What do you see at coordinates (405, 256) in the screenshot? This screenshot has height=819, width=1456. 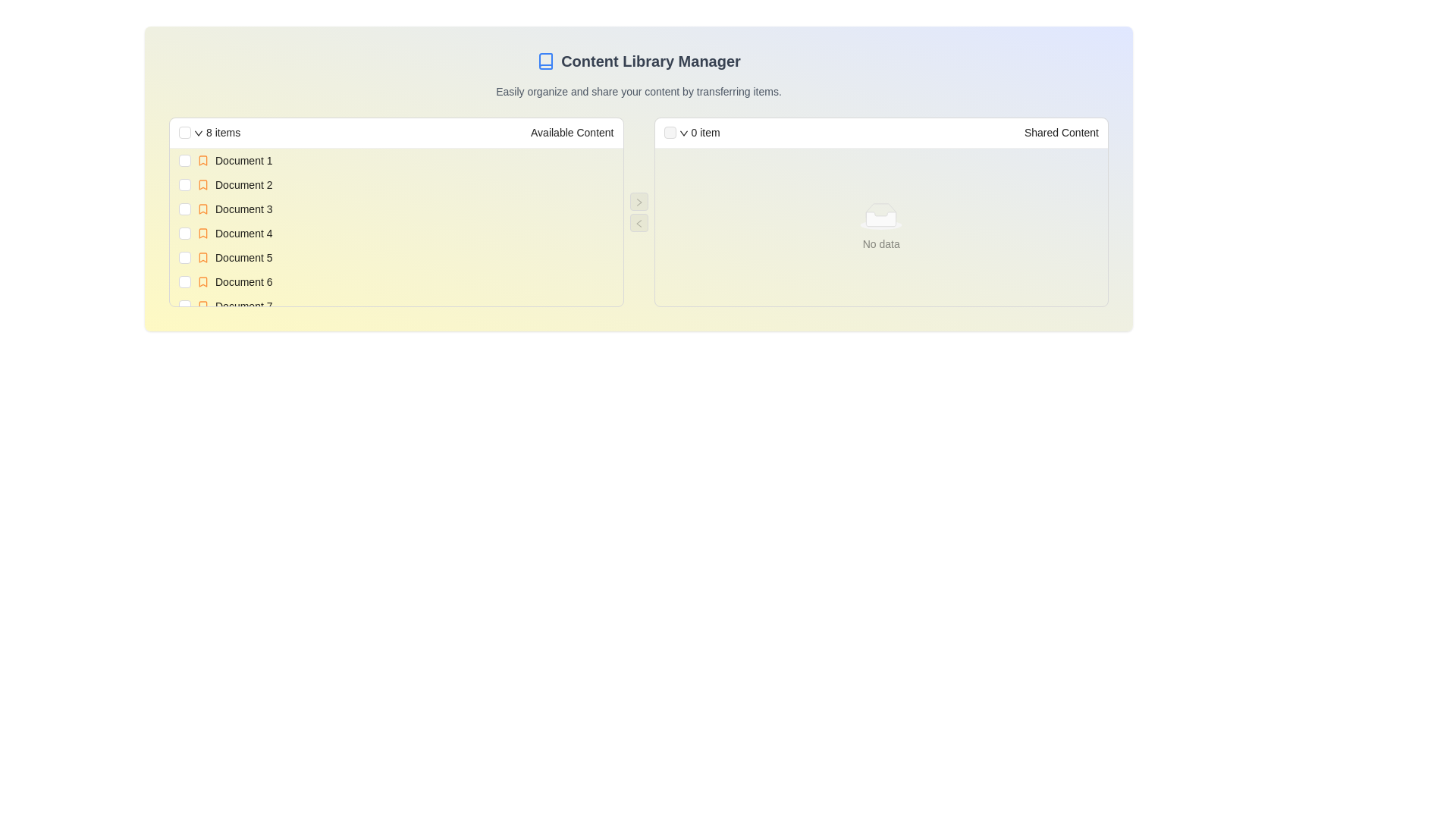 I see `the list item labeled 'Document 5'` at bounding box center [405, 256].